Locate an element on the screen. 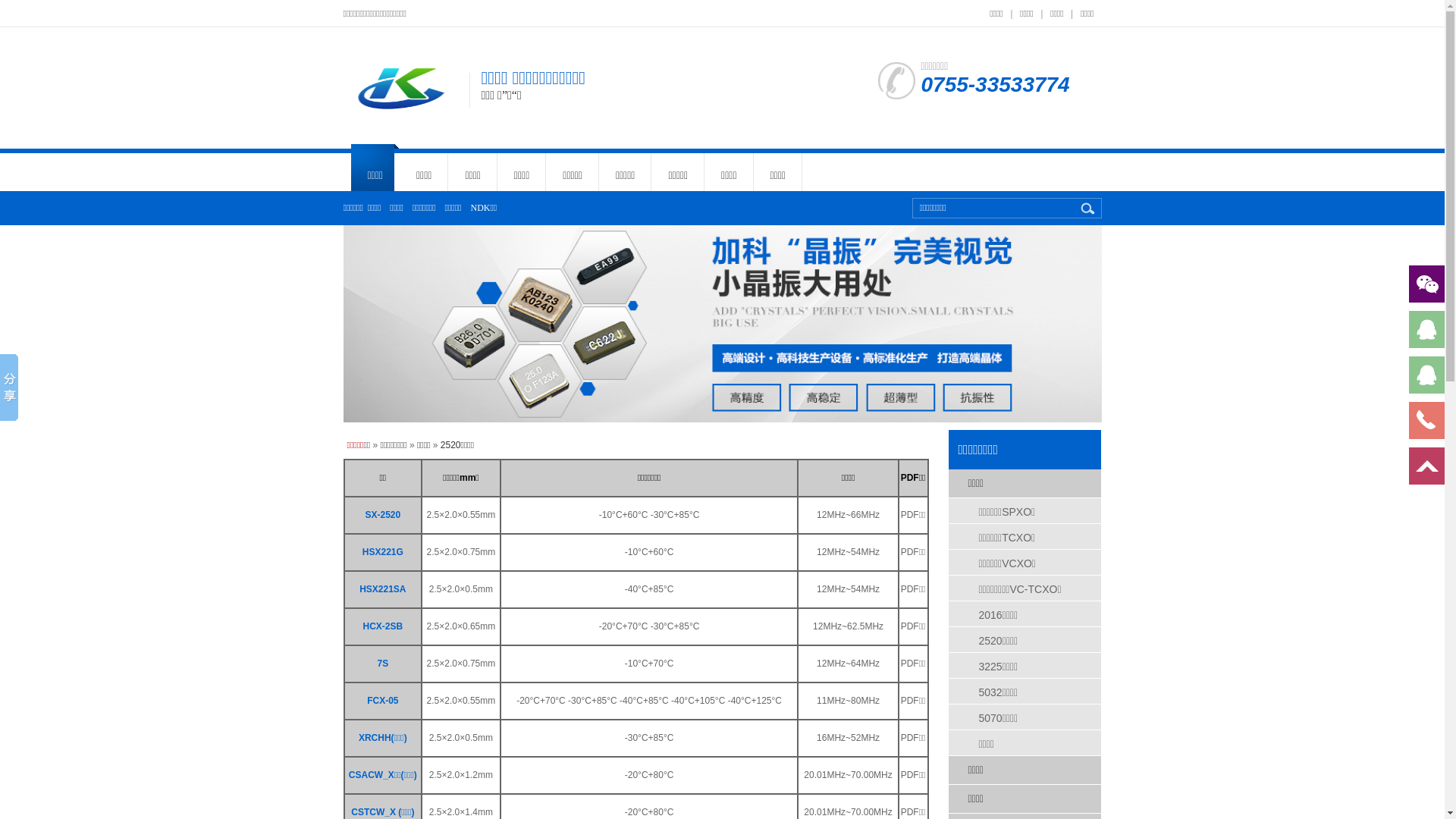 The height and width of the screenshot is (819, 1456). 'HSX221G' is located at coordinates (382, 552).